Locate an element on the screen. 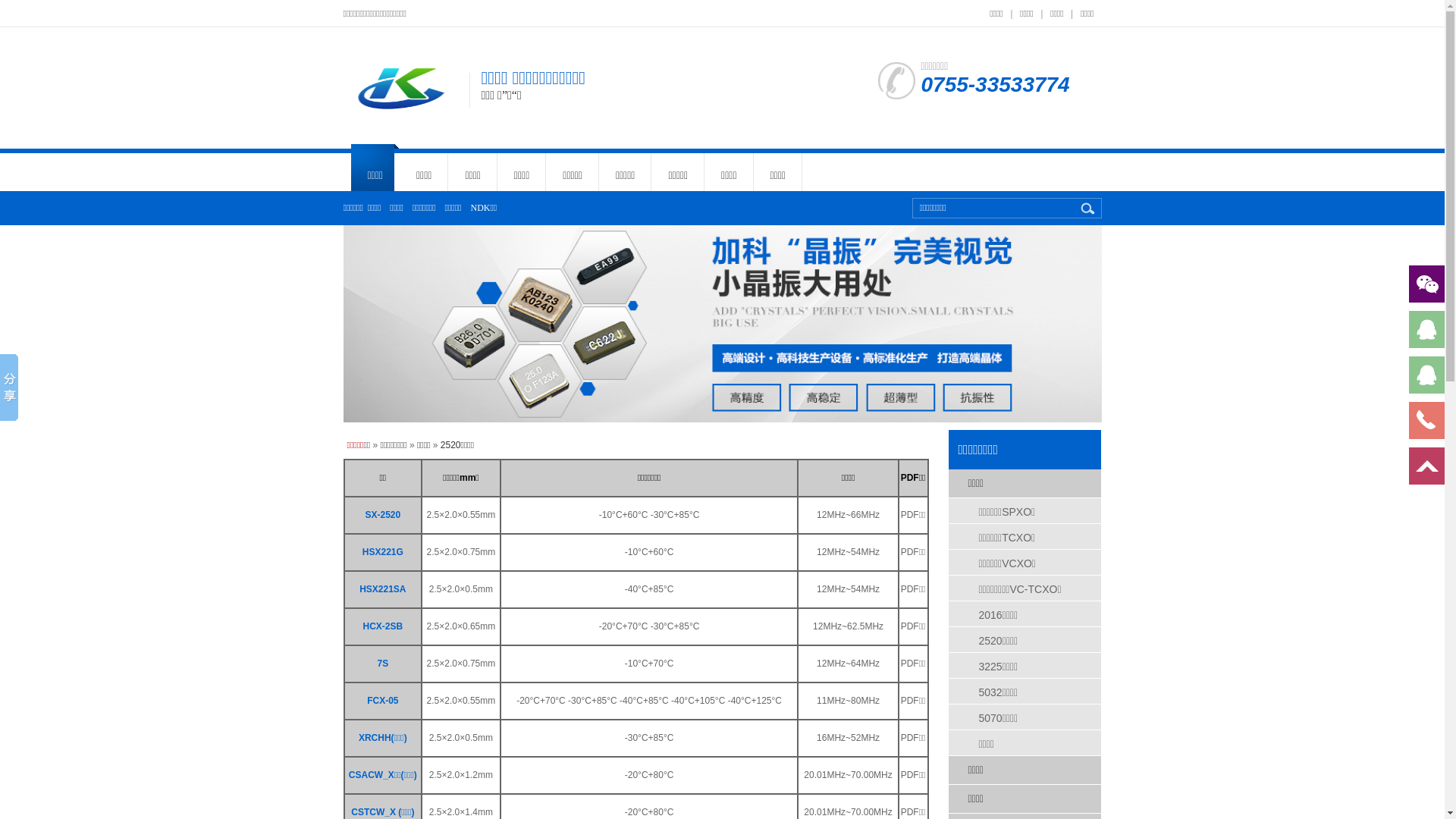 The height and width of the screenshot is (819, 1456). 'HSX221G' is located at coordinates (382, 552).